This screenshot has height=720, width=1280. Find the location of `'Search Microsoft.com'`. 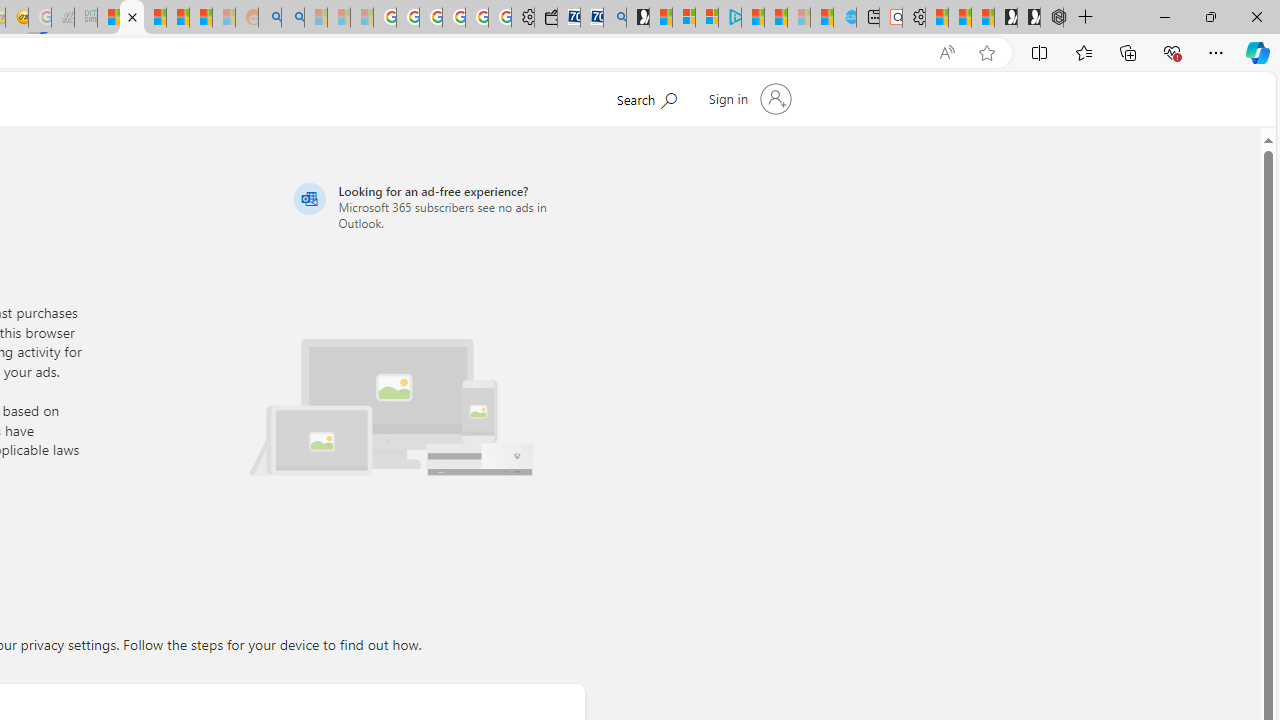

'Search Microsoft.com' is located at coordinates (684, 97).